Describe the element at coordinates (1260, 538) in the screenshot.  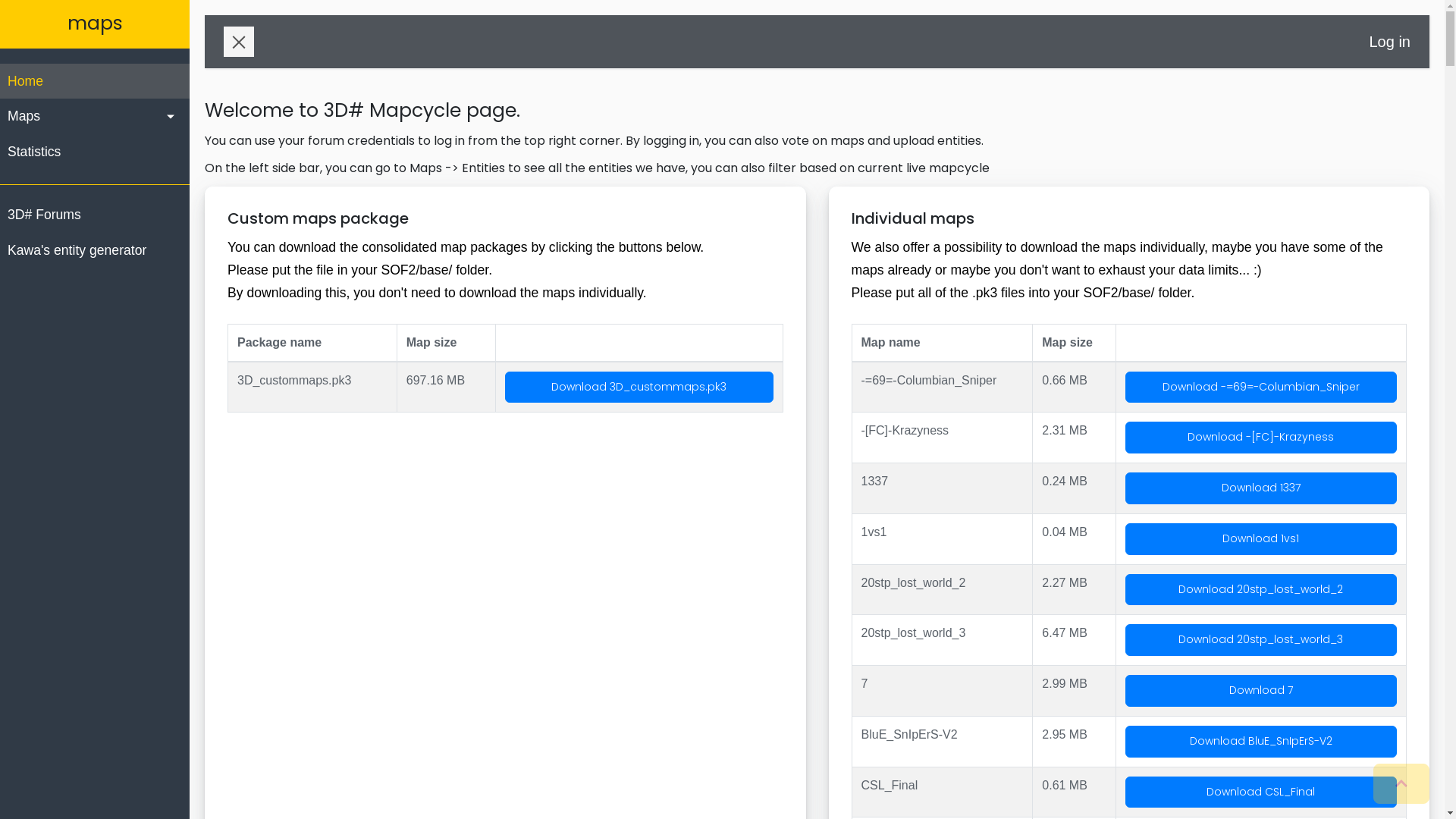
I see `'Download 1vs1'` at that location.